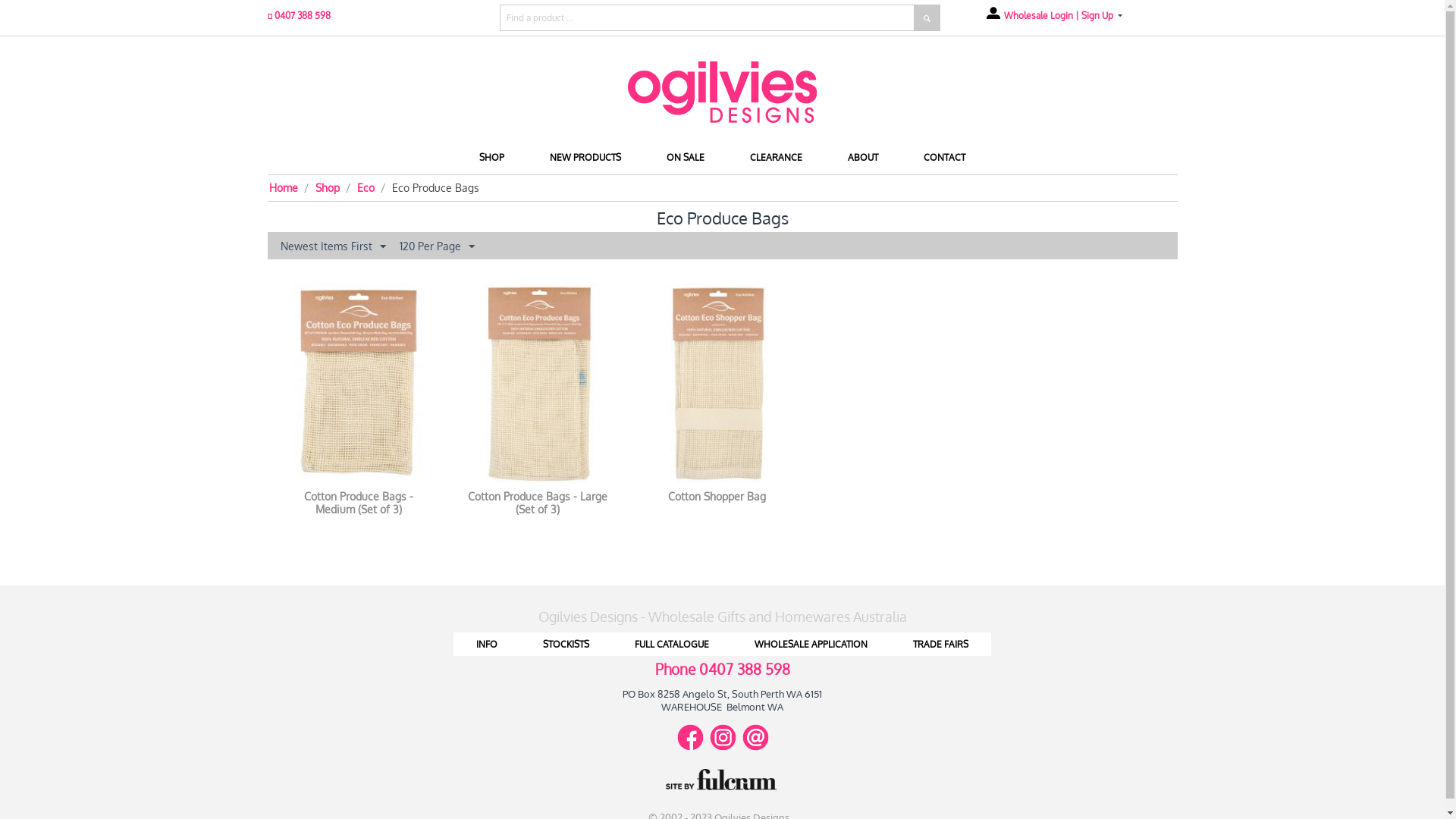  Describe the element at coordinates (491, 157) in the screenshot. I see `'SHOP'` at that location.